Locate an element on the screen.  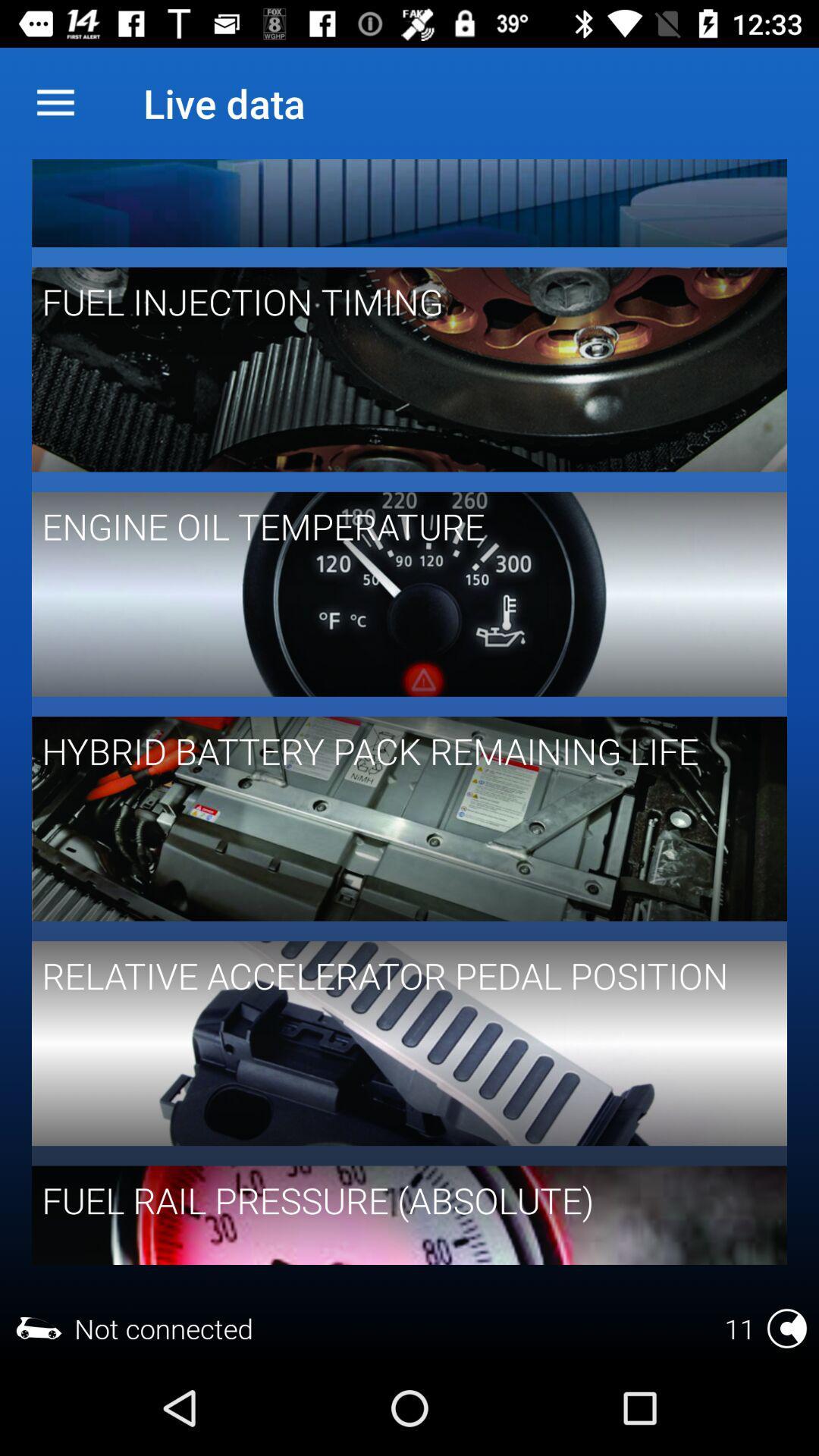
relative accelerator pedal icon is located at coordinates (398, 975).